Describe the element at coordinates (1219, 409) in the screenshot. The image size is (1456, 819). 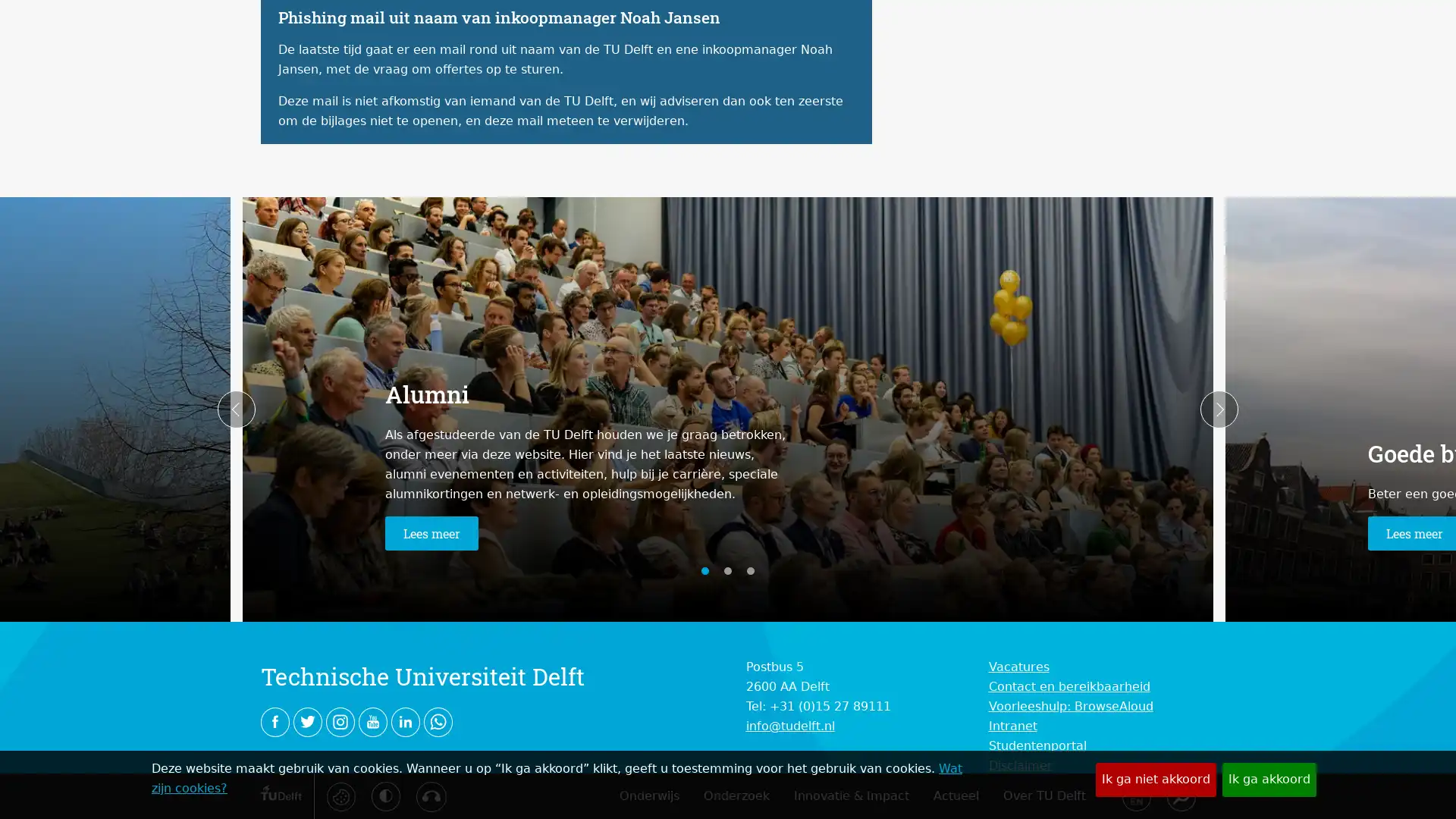
I see `Ga naar volgend item` at that location.